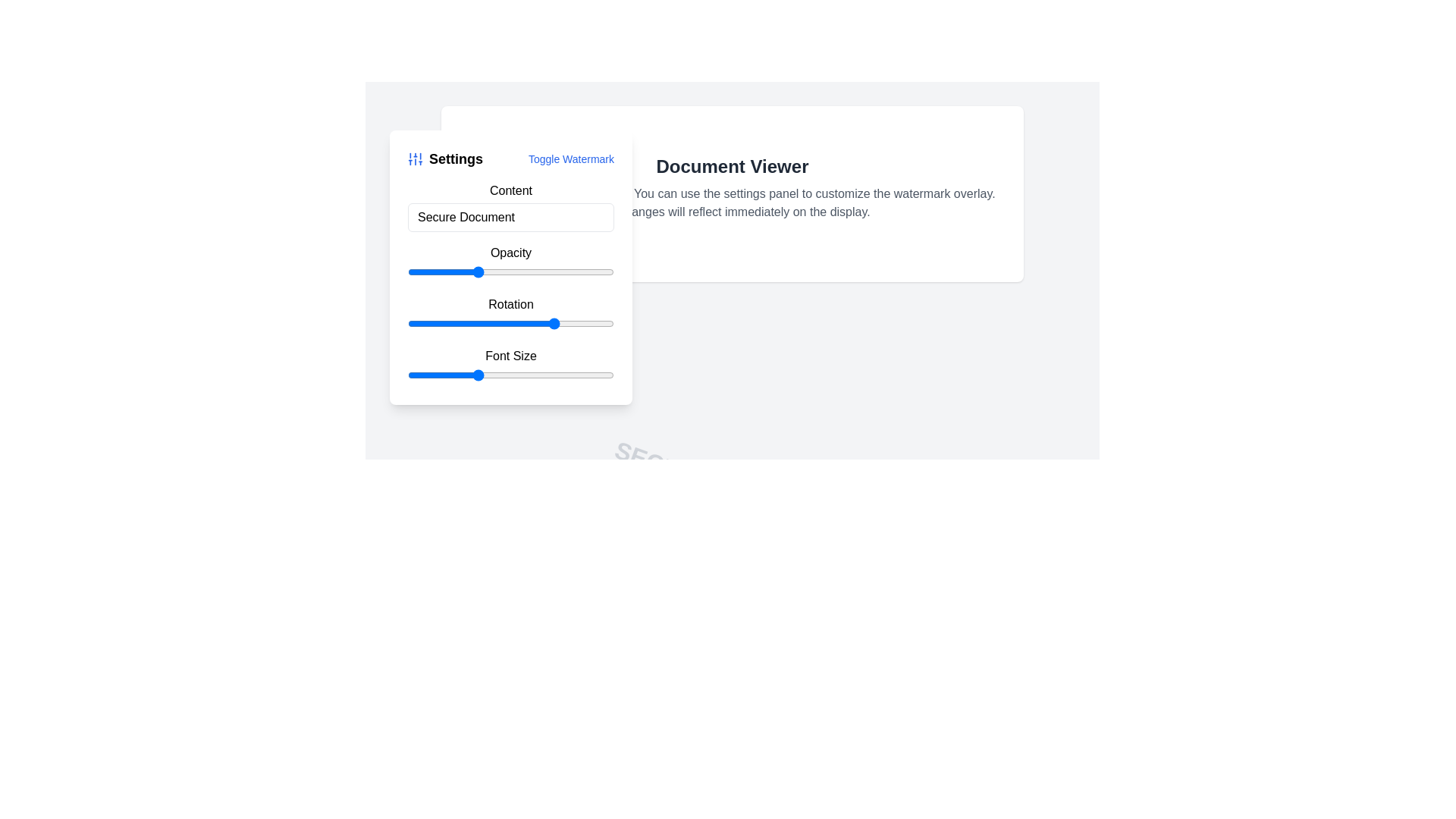  Describe the element at coordinates (480, 323) in the screenshot. I see `rotation` at that location.